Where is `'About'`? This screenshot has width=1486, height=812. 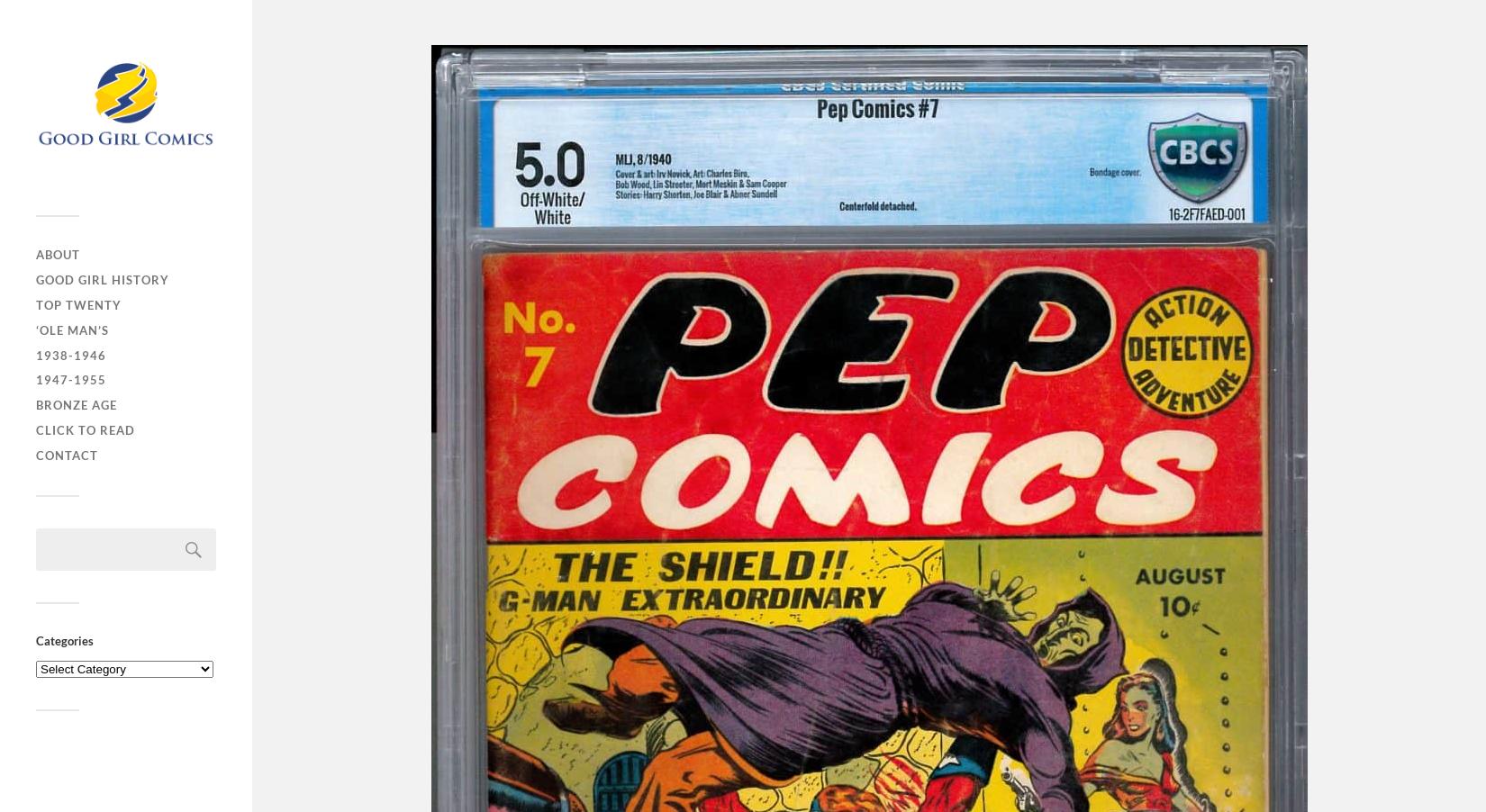
'About' is located at coordinates (58, 253).